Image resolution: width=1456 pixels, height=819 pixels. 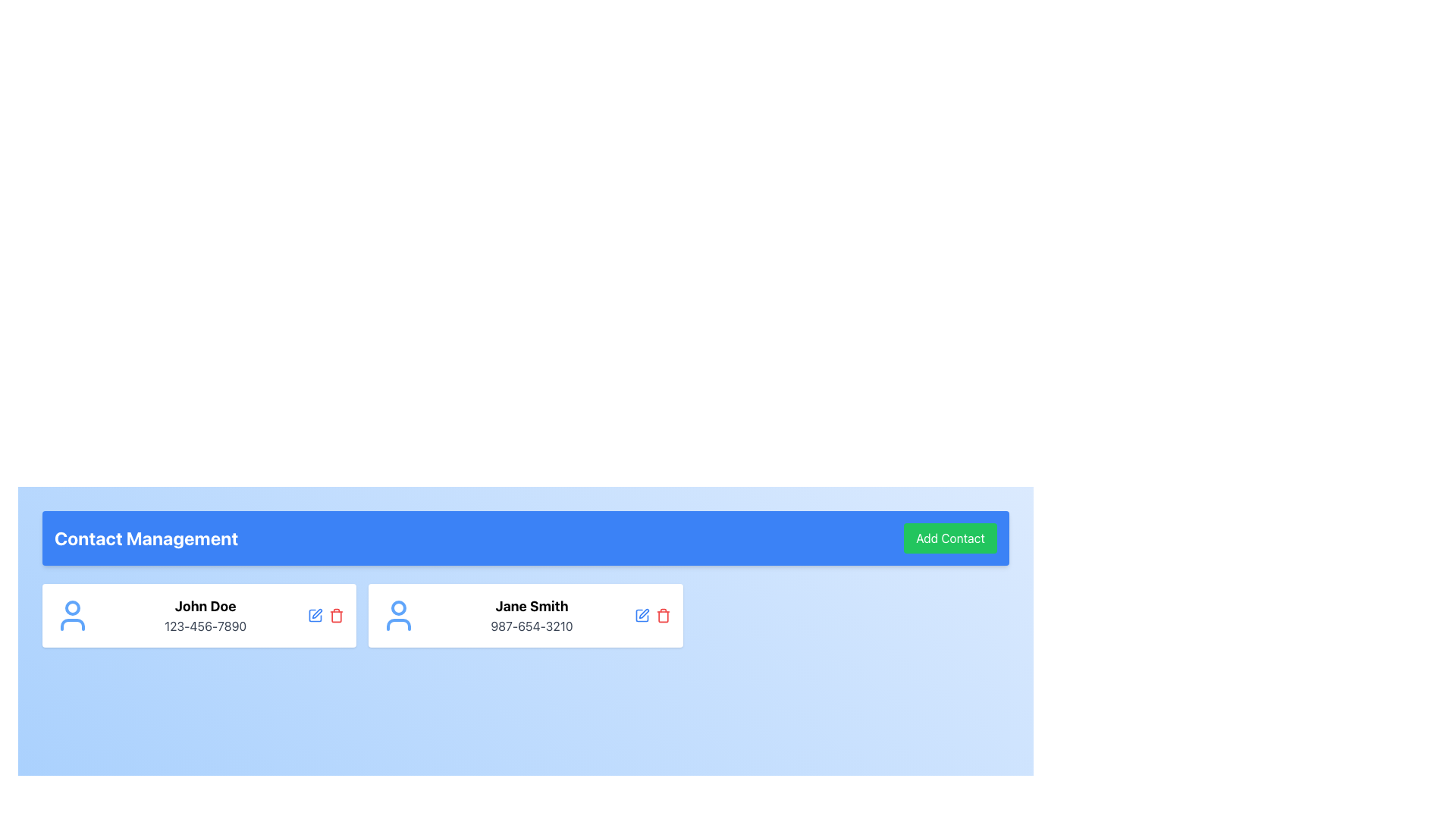 I want to click on text label displaying 'John Doe' which is prominently styled within the contact information card located under 'Contact Management', so click(x=205, y=605).